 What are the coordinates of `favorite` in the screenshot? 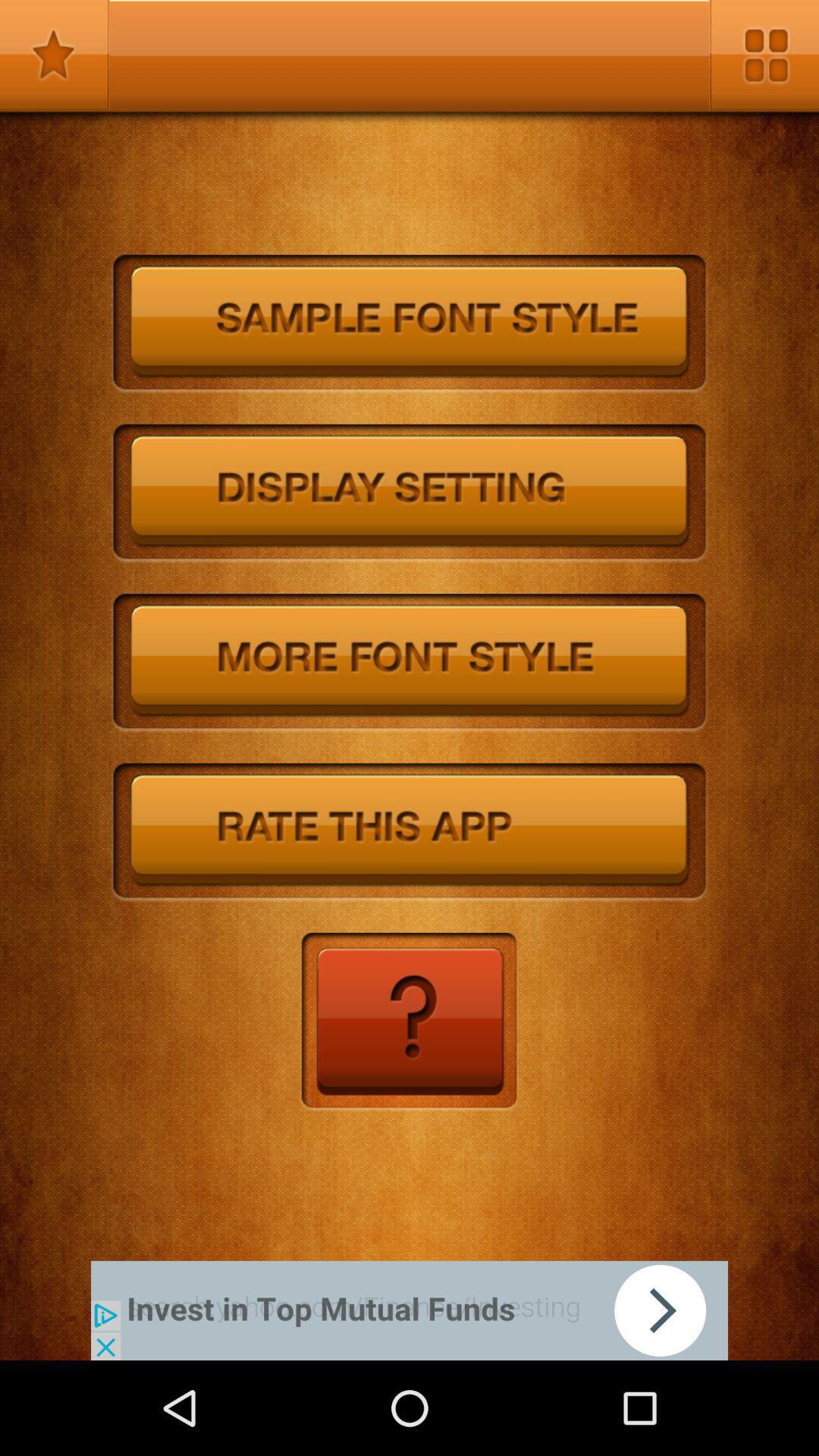 It's located at (54, 55).